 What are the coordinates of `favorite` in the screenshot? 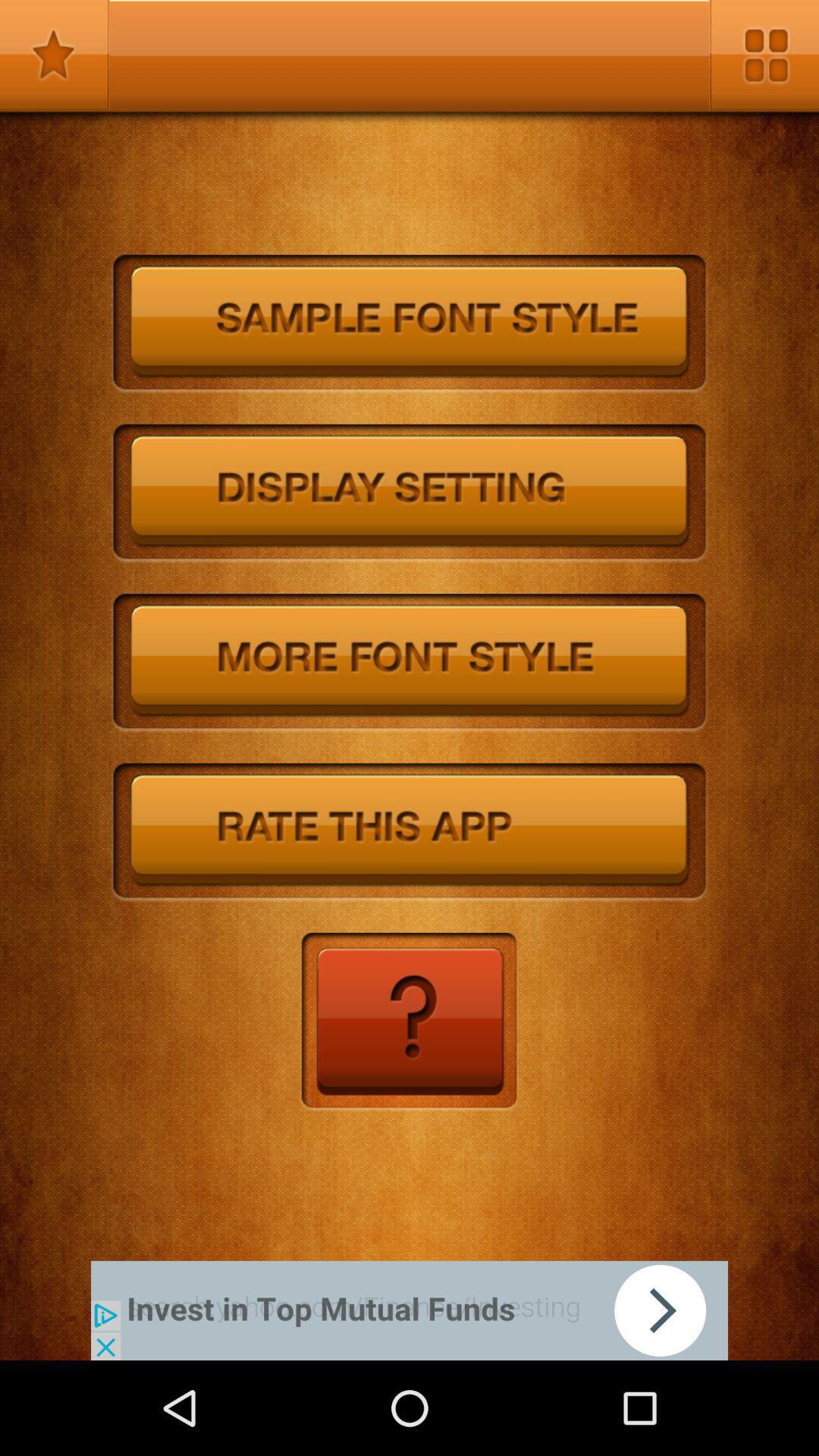 It's located at (54, 55).